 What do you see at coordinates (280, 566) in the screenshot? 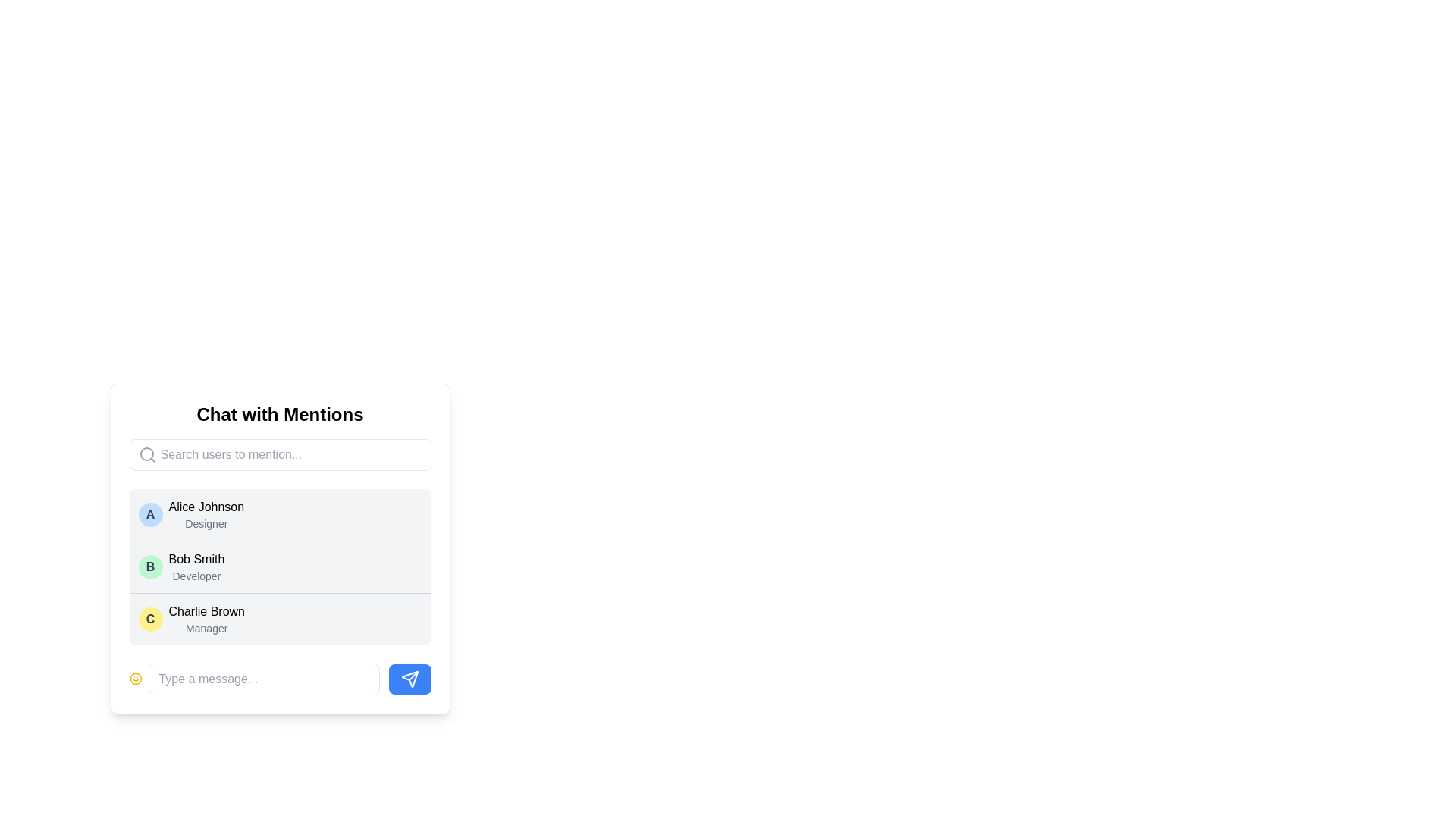
I see `the user profile list item representing the second user profile in the list, which is located below 'Alice Johnson - Designer' and above 'Charlie Brown - Manager'` at bounding box center [280, 566].